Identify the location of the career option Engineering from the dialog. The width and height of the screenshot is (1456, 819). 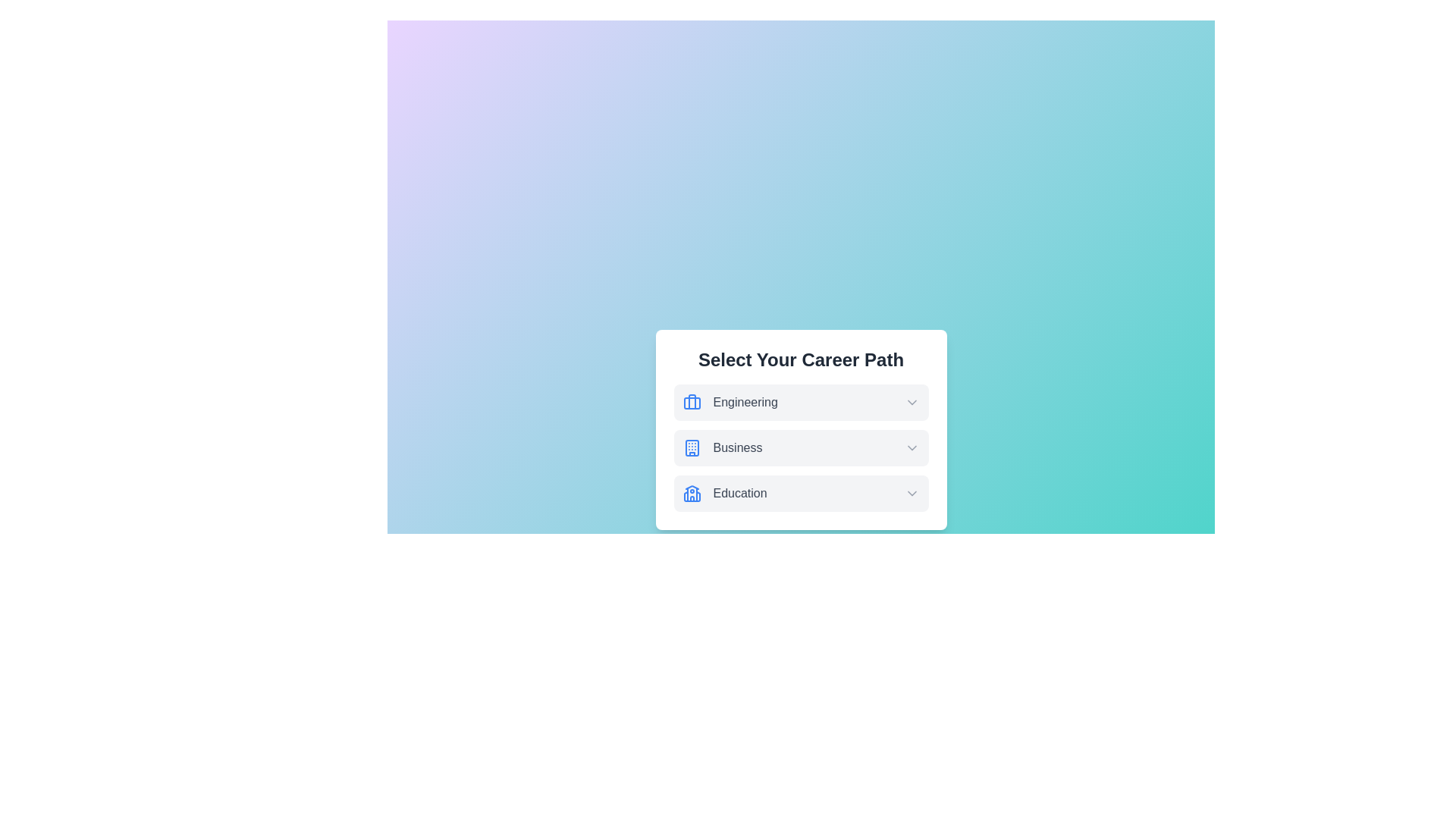
(800, 402).